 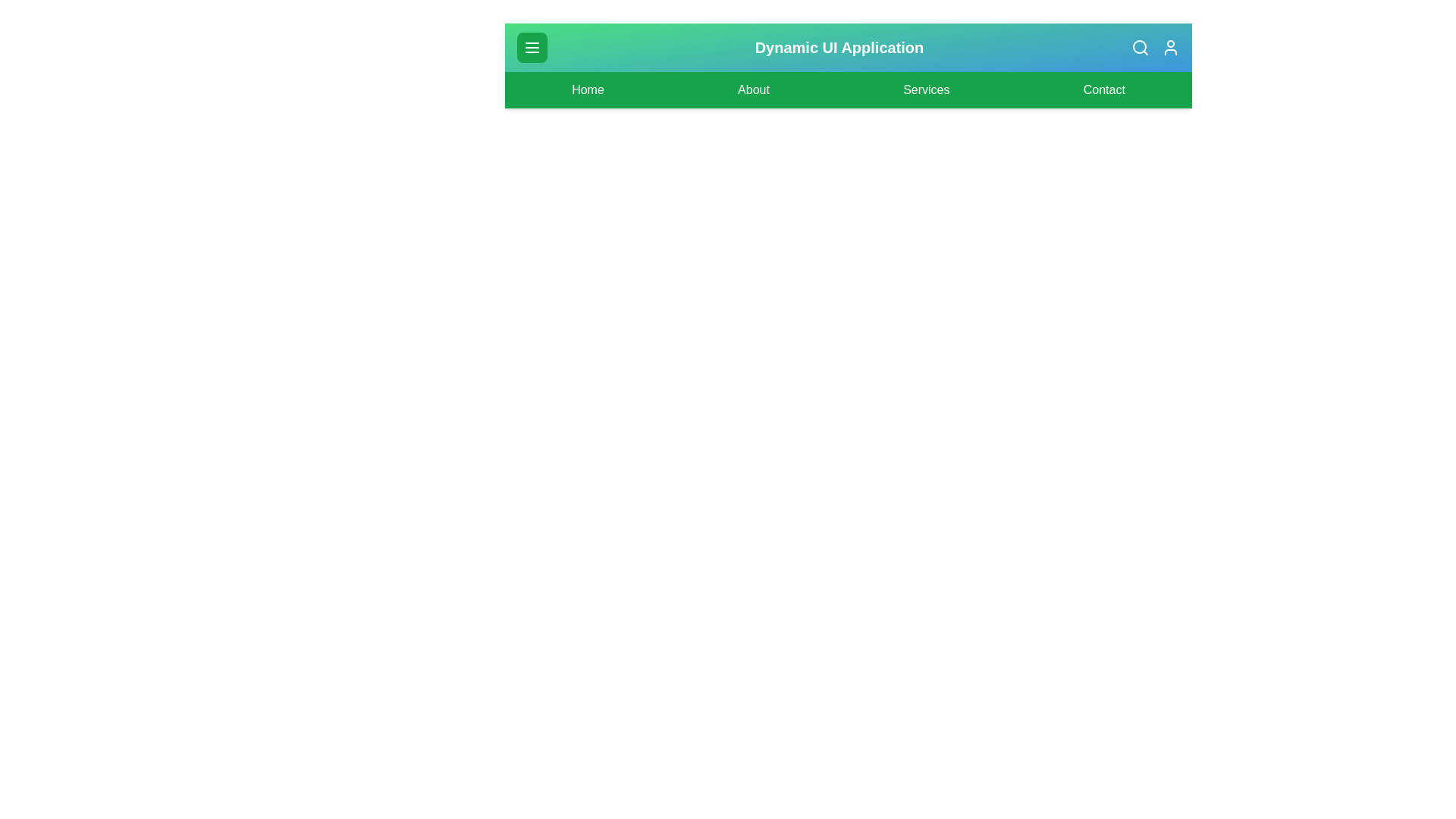 I want to click on the search icon in the CustomAppBar, so click(x=1140, y=46).